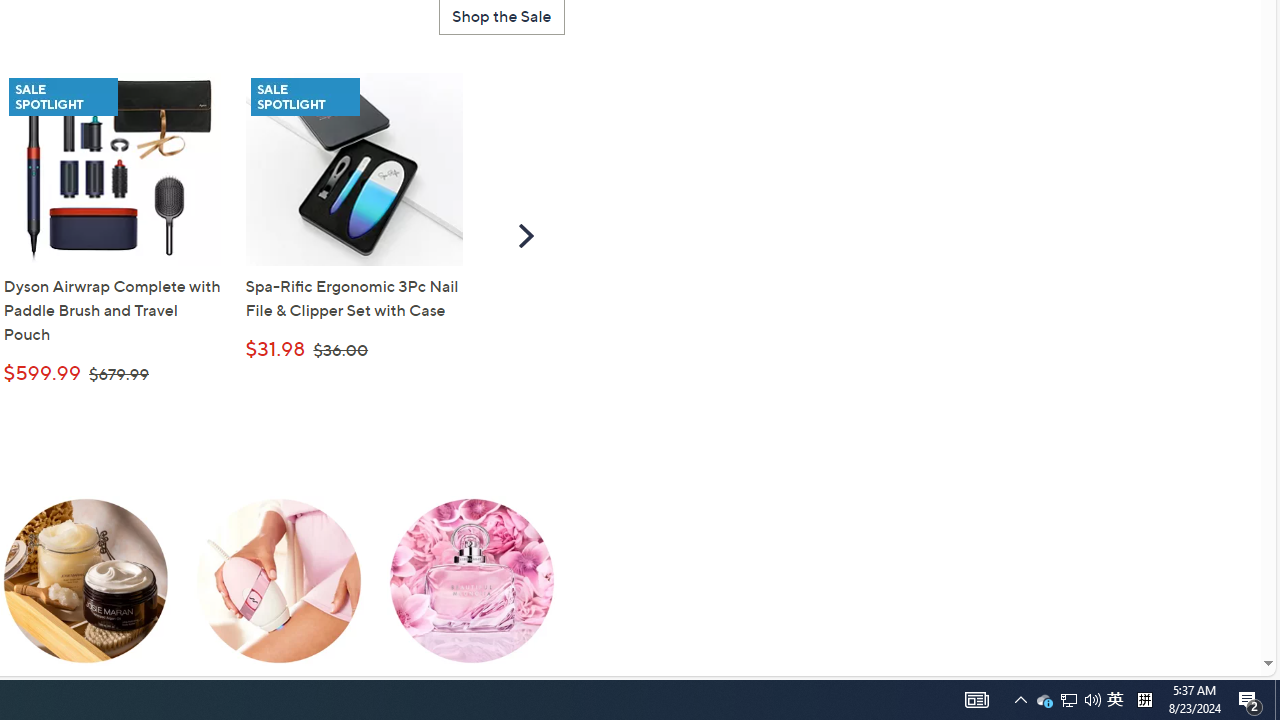 This screenshot has width=1280, height=720. Describe the element at coordinates (85, 595) in the screenshot. I see `'Bath & Body'` at that location.